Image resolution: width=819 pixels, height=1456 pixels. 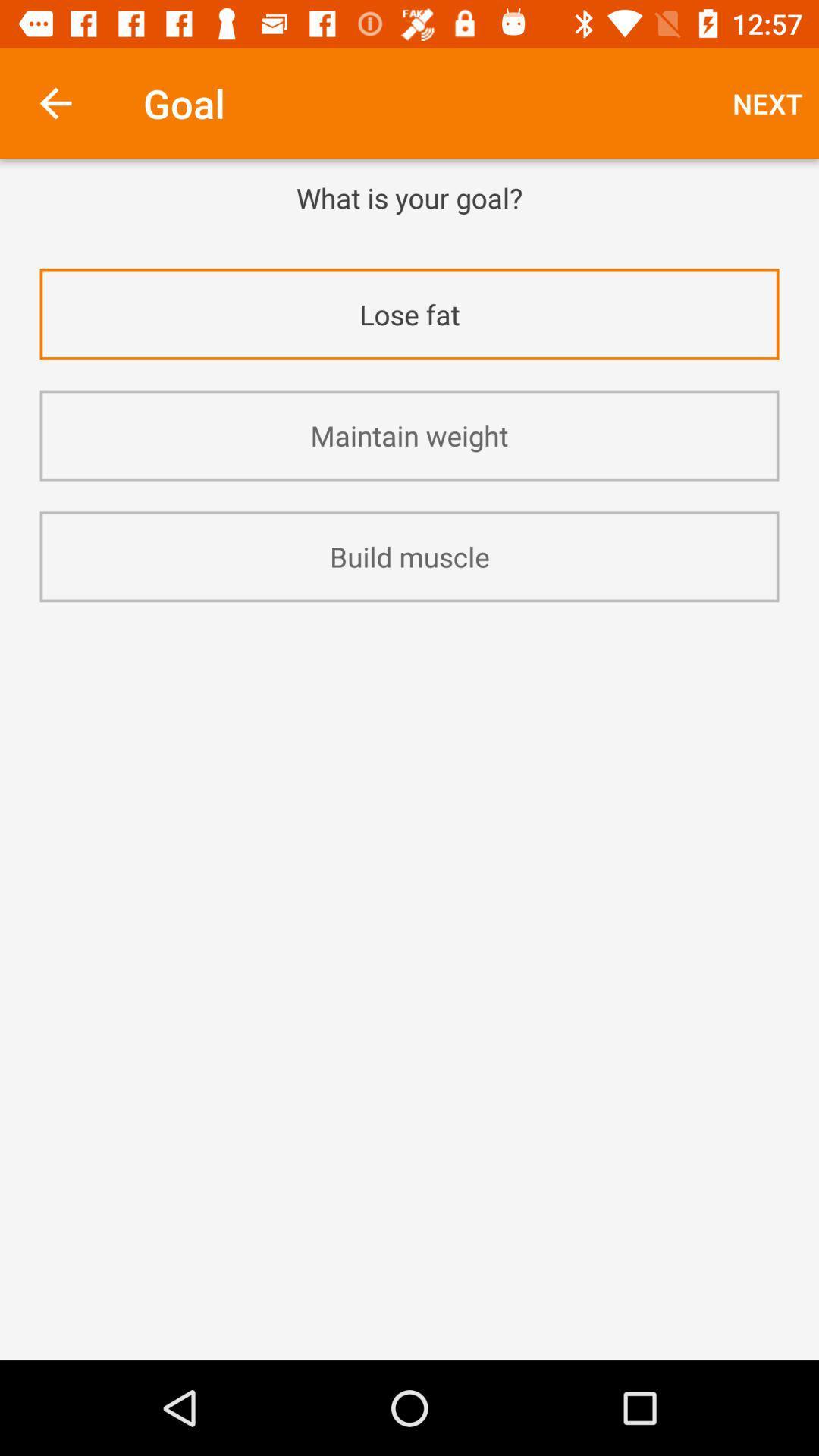 I want to click on the maintain weight icon, so click(x=409, y=435).